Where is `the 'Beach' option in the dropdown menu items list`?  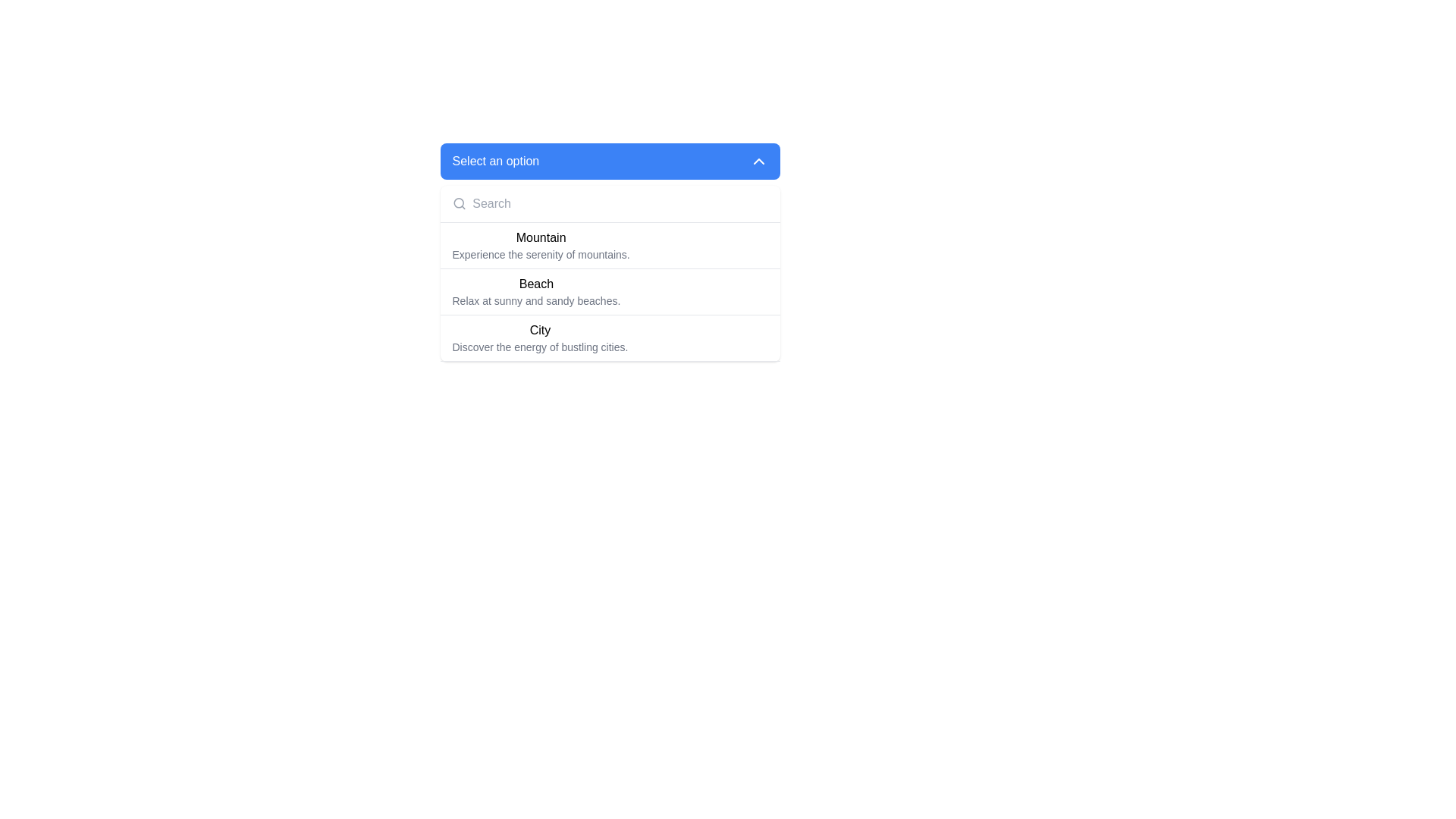 the 'Beach' option in the dropdown menu items list is located at coordinates (610, 274).